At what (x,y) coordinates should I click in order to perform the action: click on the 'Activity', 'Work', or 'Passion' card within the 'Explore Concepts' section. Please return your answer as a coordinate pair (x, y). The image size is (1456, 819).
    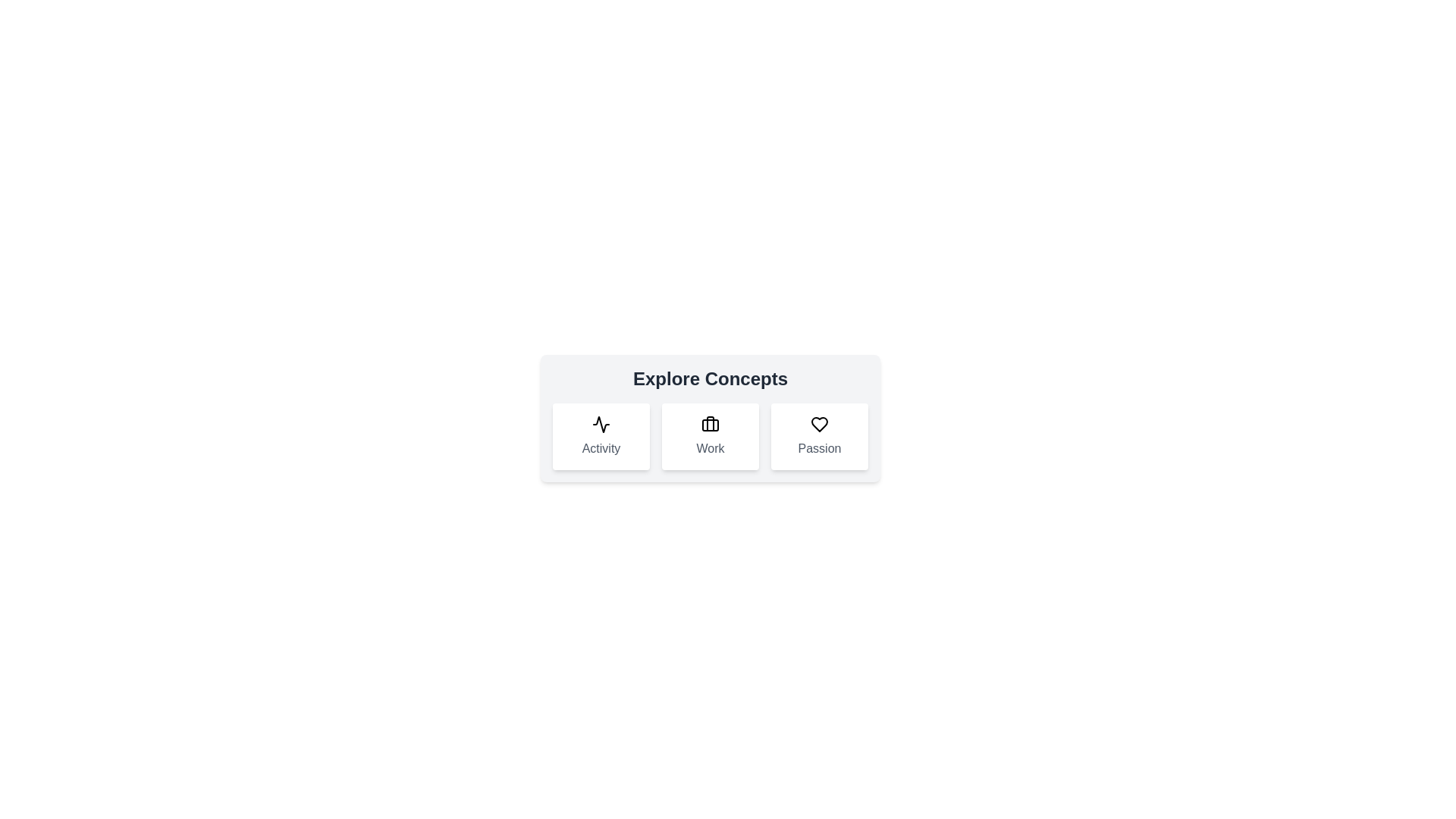
    Looking at the image, I should click on (709, 418).